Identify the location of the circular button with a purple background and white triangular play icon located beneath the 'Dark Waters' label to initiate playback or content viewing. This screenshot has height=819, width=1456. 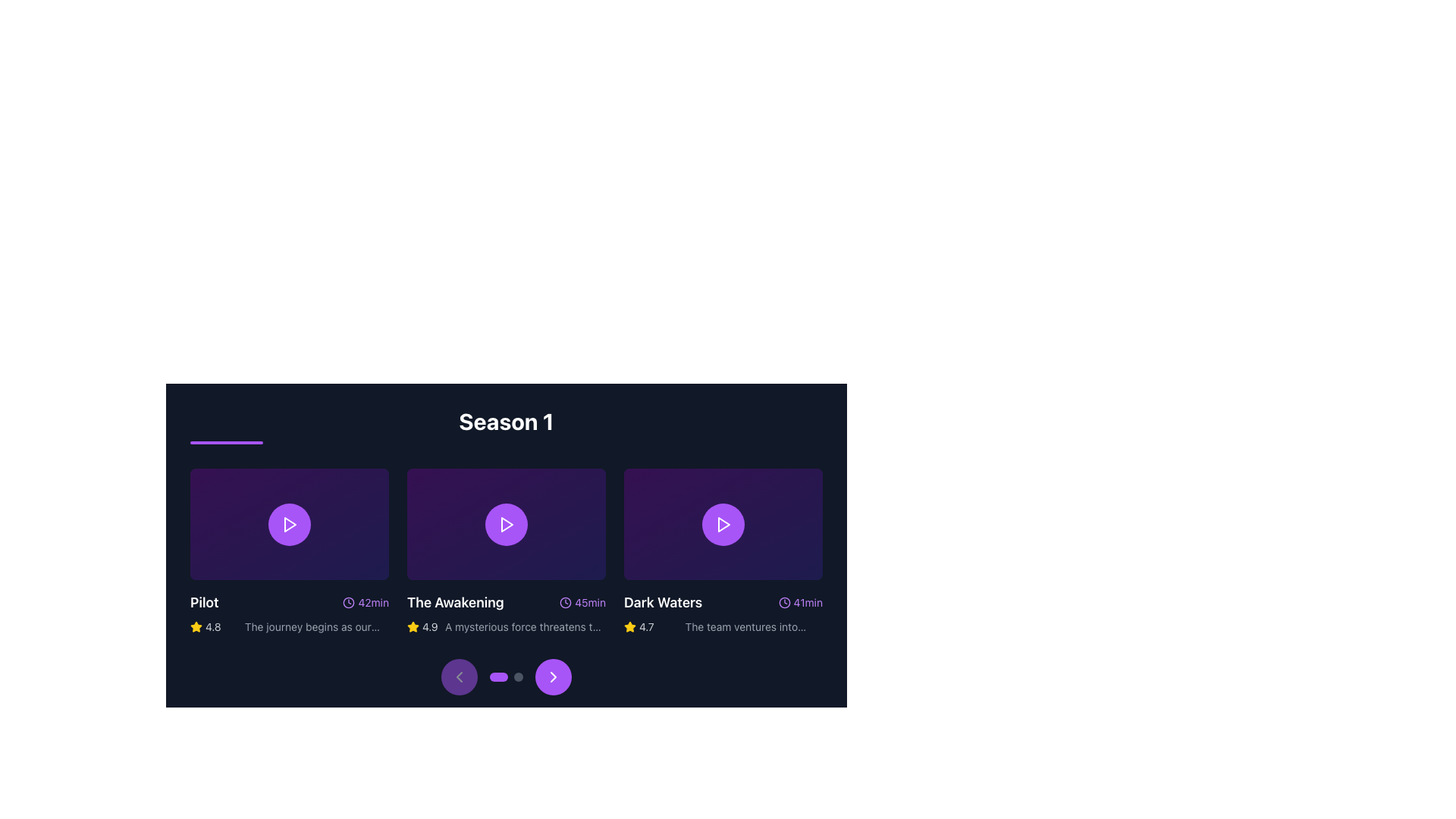
(723, 522).